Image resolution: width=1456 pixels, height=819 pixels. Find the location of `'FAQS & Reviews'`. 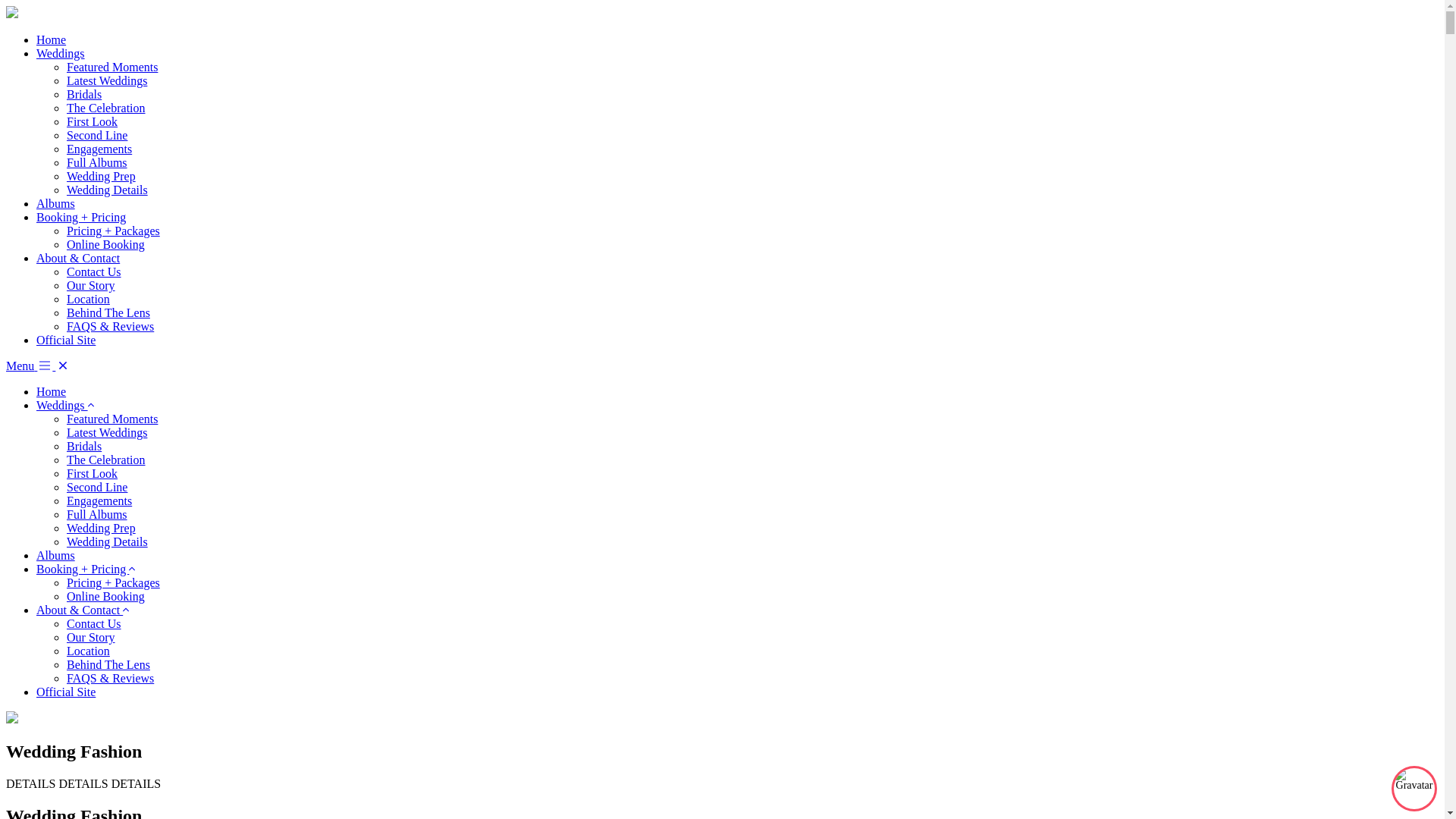

'FAQS & Reviews' is located at coordinates (109, 677).